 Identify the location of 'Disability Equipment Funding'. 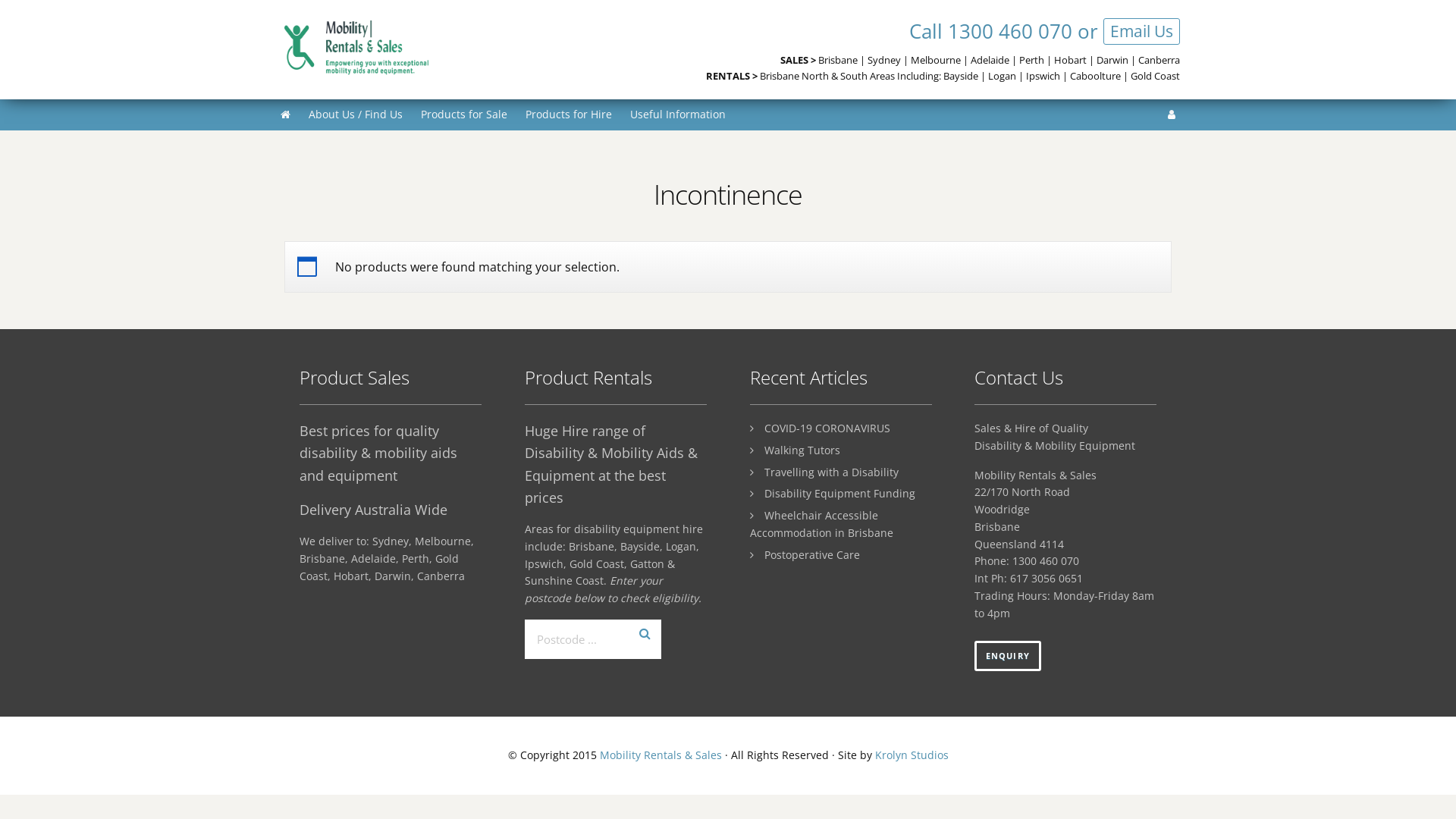
(764, 493).